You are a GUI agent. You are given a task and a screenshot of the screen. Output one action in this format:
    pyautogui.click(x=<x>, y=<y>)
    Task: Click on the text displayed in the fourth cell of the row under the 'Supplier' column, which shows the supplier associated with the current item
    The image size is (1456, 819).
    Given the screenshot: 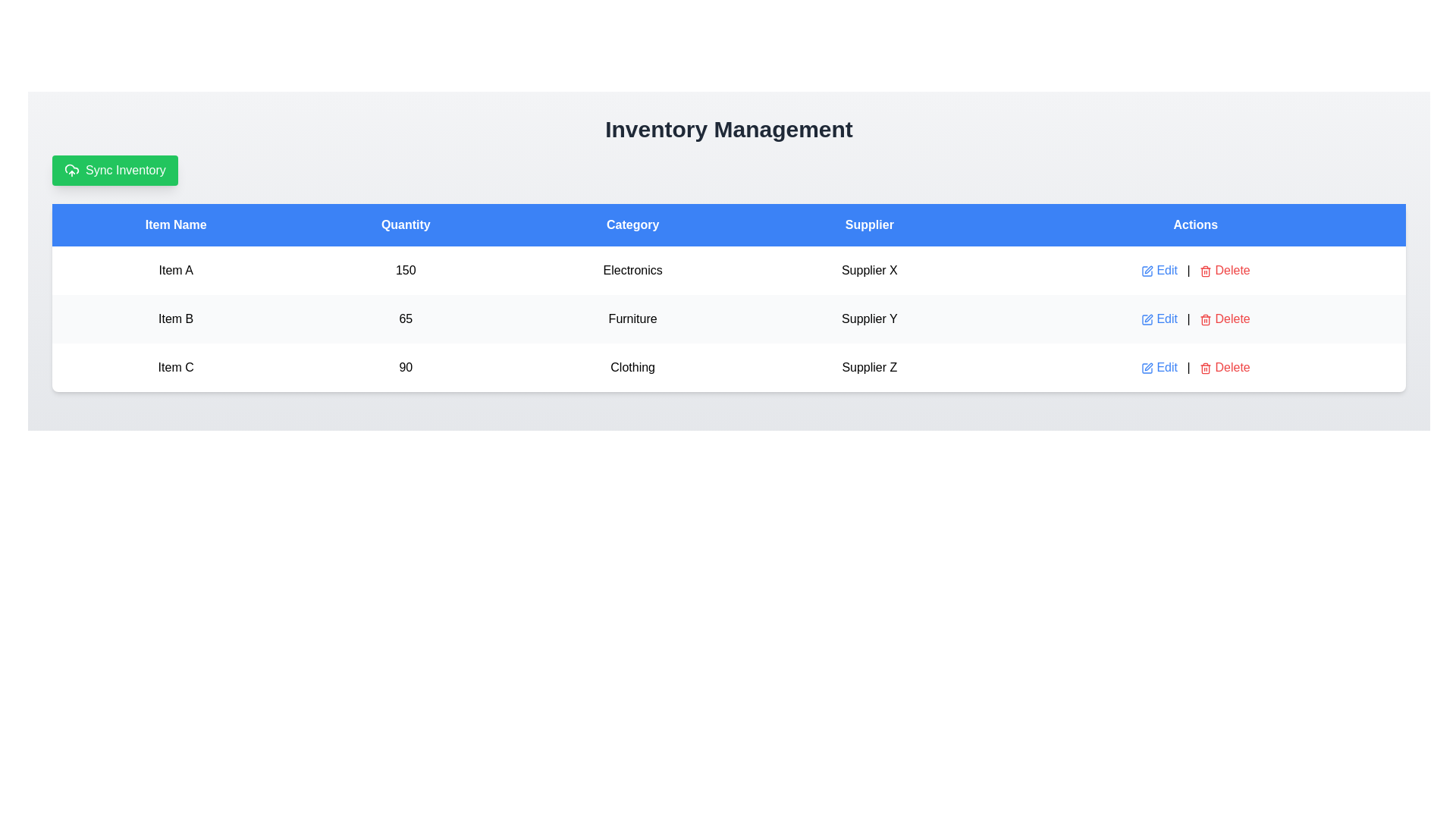 What is the action you would take?
    pyautogui.click(x=869, y=270)
    